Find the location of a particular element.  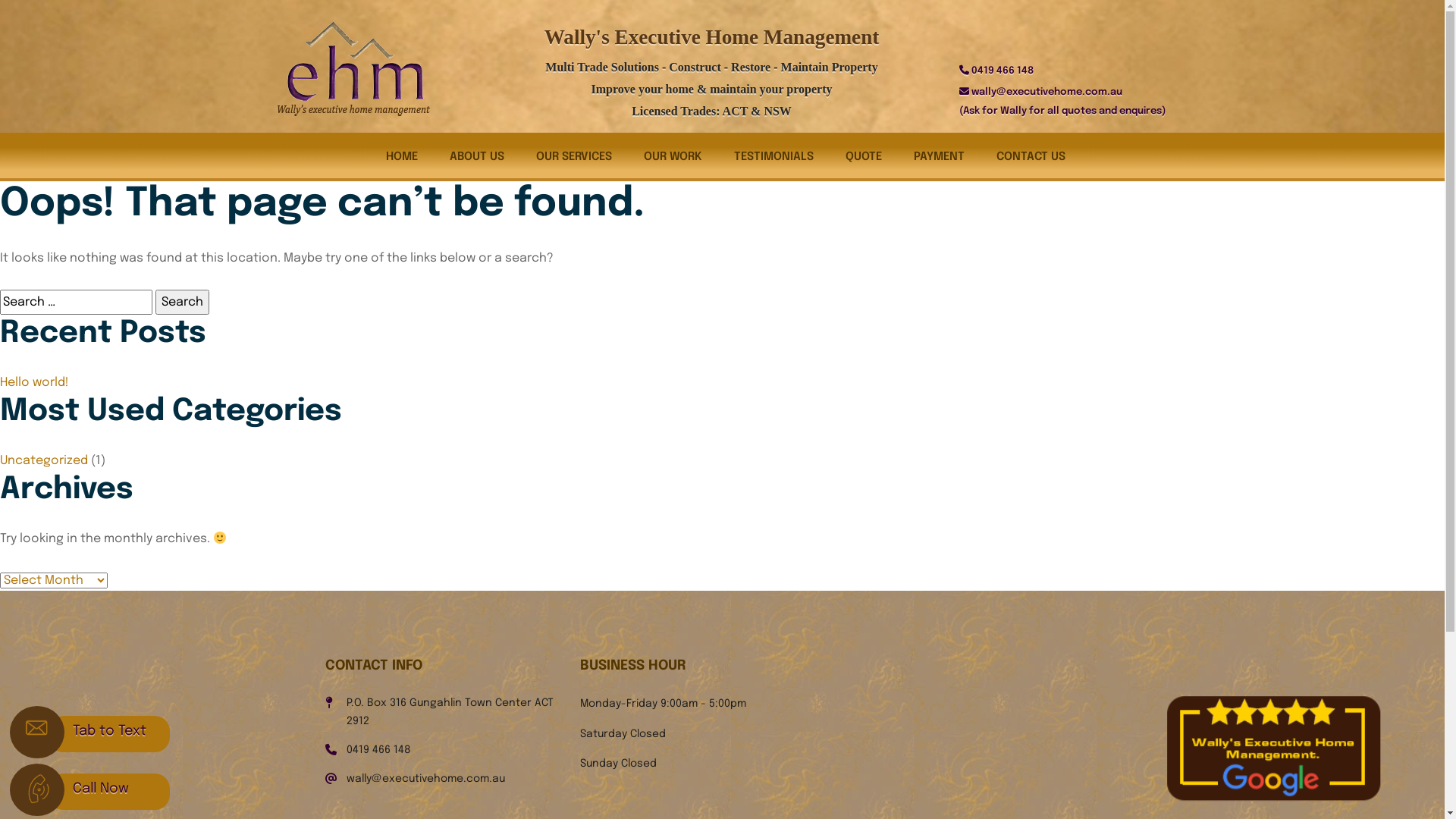

'Hello world!' is located at coordinates (34, 381).